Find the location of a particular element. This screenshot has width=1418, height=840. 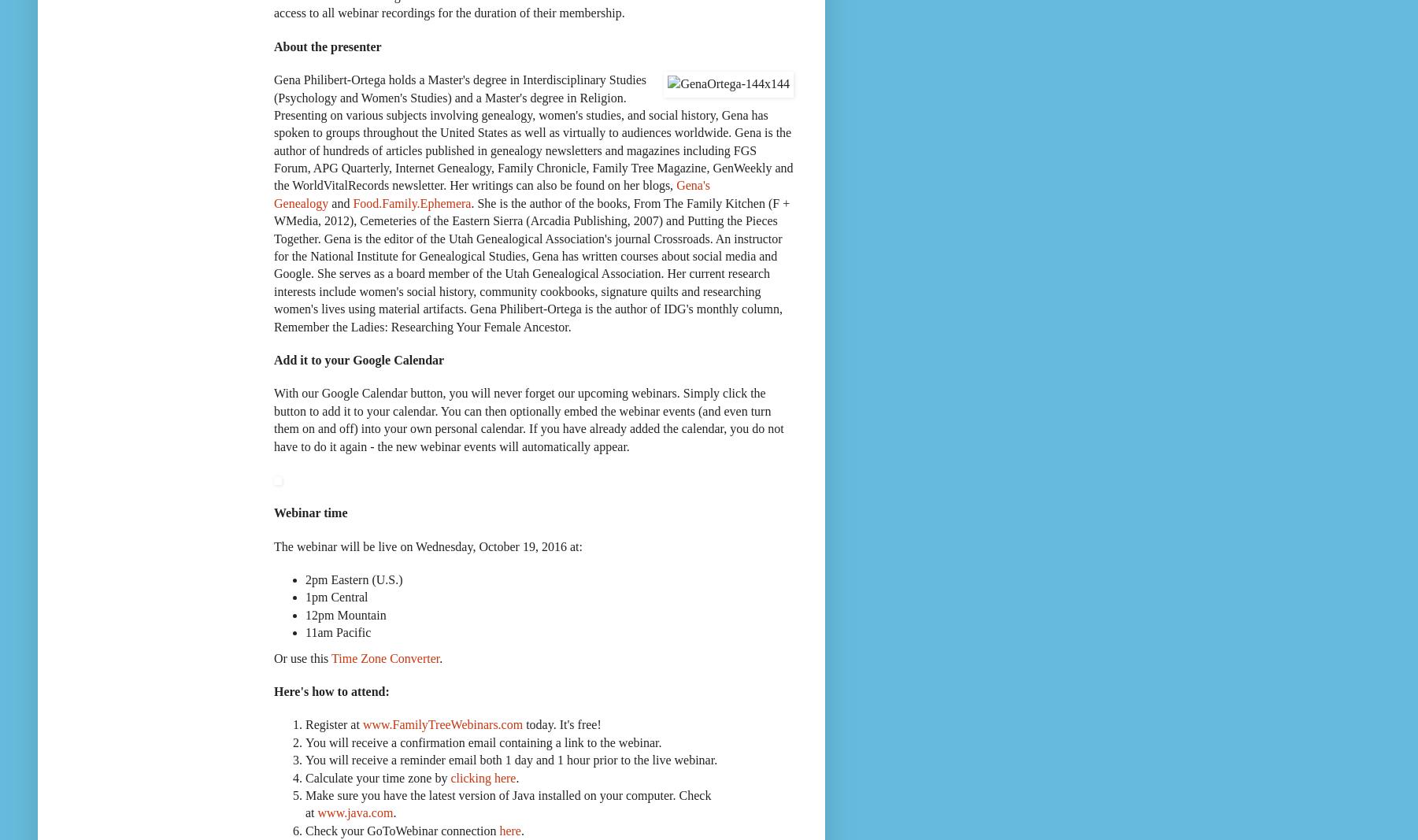

'Register at' is located at coordinates (332, 724).